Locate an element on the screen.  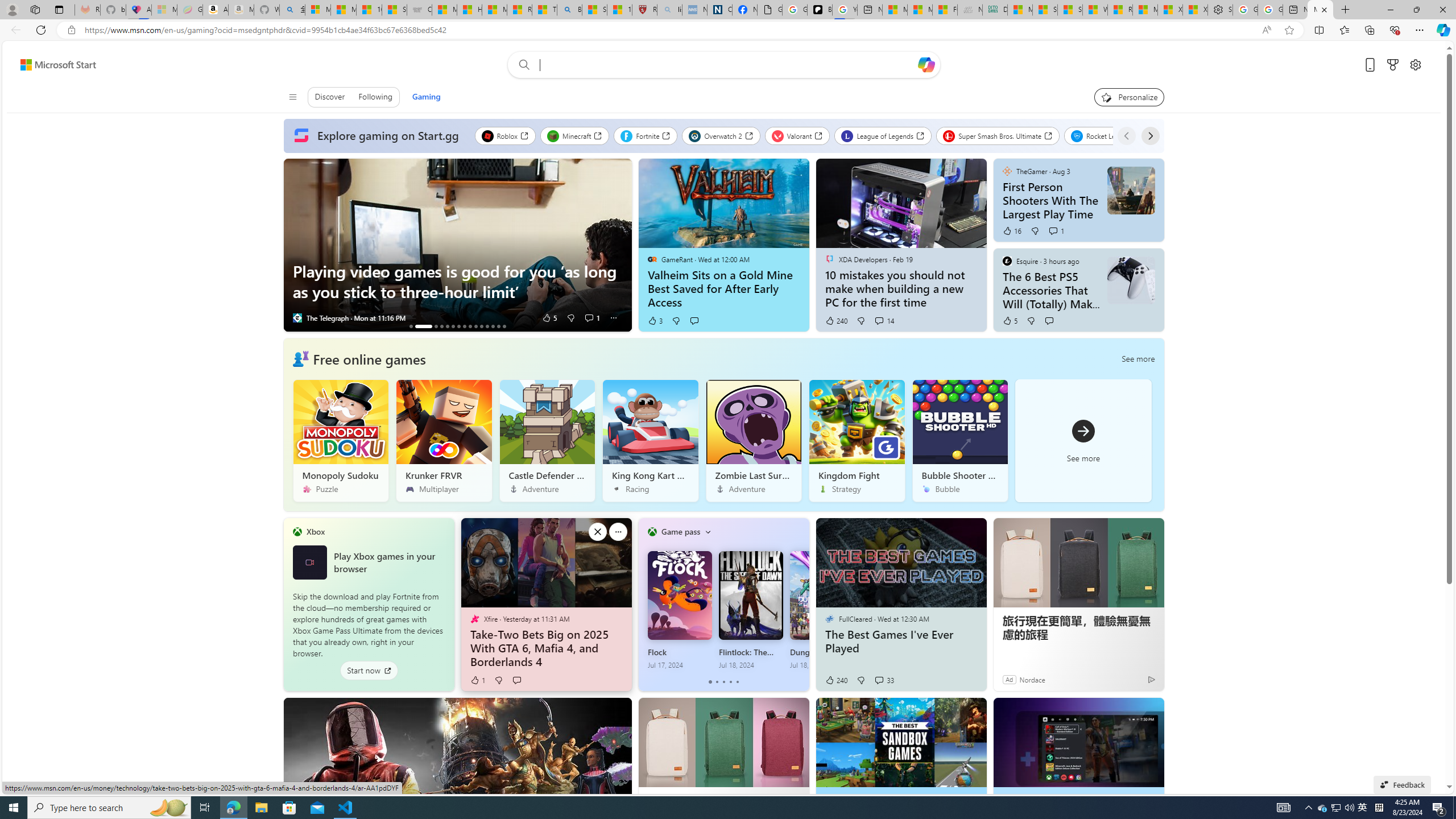
'Start now' is located at coordinates (369, 671).